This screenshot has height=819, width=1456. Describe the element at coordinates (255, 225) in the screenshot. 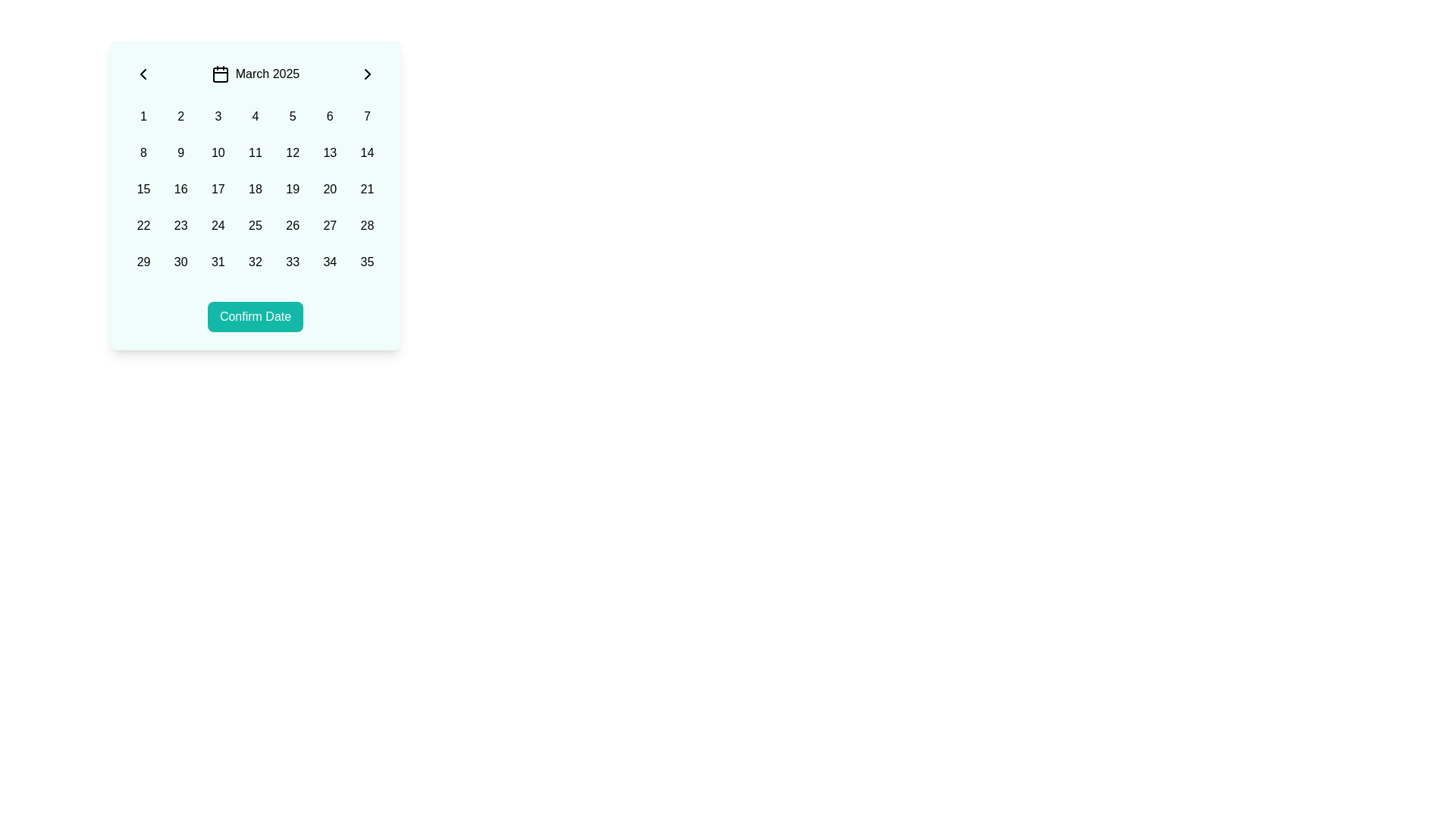

I see `the clickable date cell displaying the number '25'` at that location.